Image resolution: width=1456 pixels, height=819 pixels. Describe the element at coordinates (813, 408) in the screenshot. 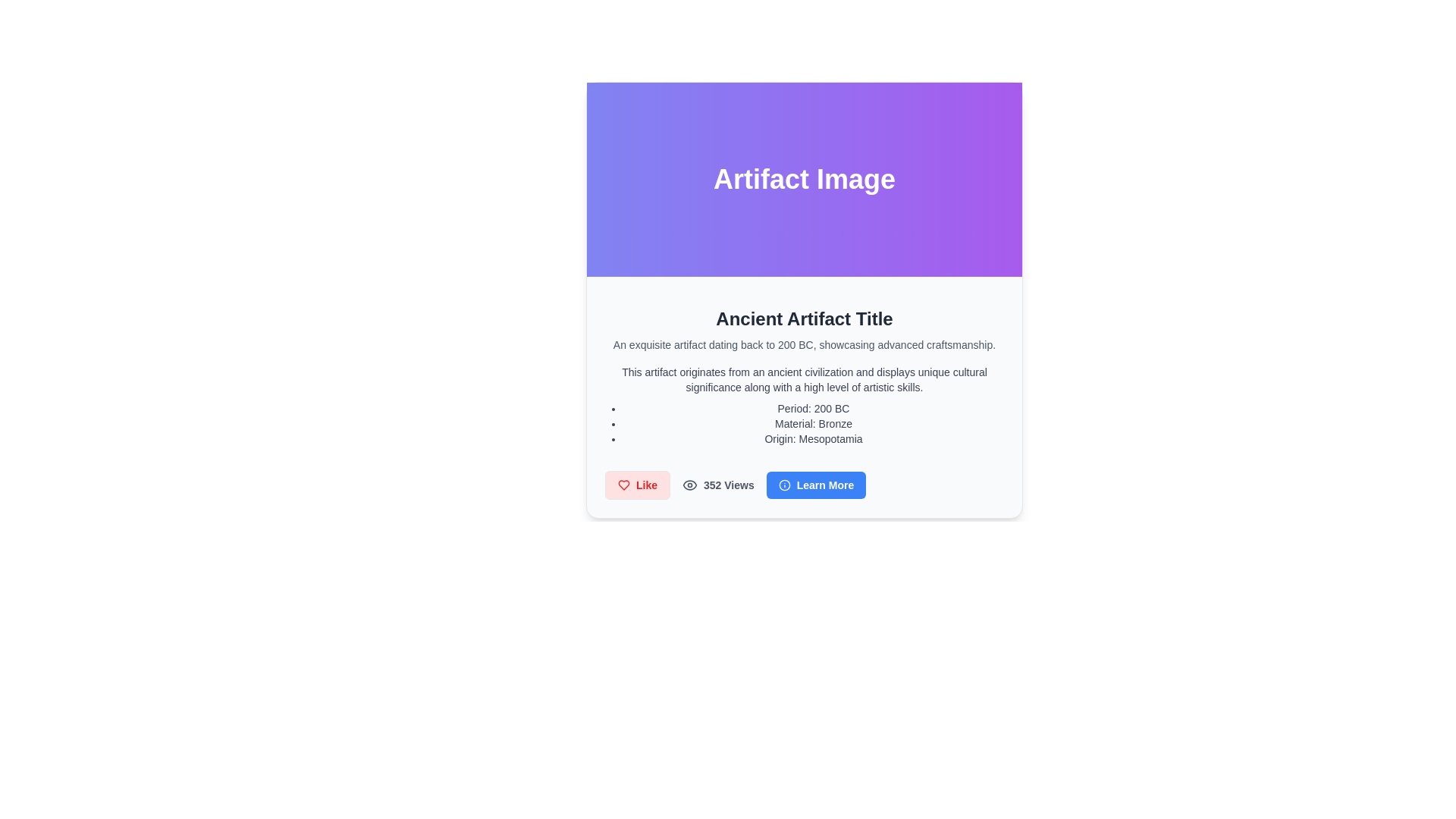

I see `static text label that displays 'Period: 200 BC', which is the first item in a bulleted list positioned below the title and description of the artifact` at that location.